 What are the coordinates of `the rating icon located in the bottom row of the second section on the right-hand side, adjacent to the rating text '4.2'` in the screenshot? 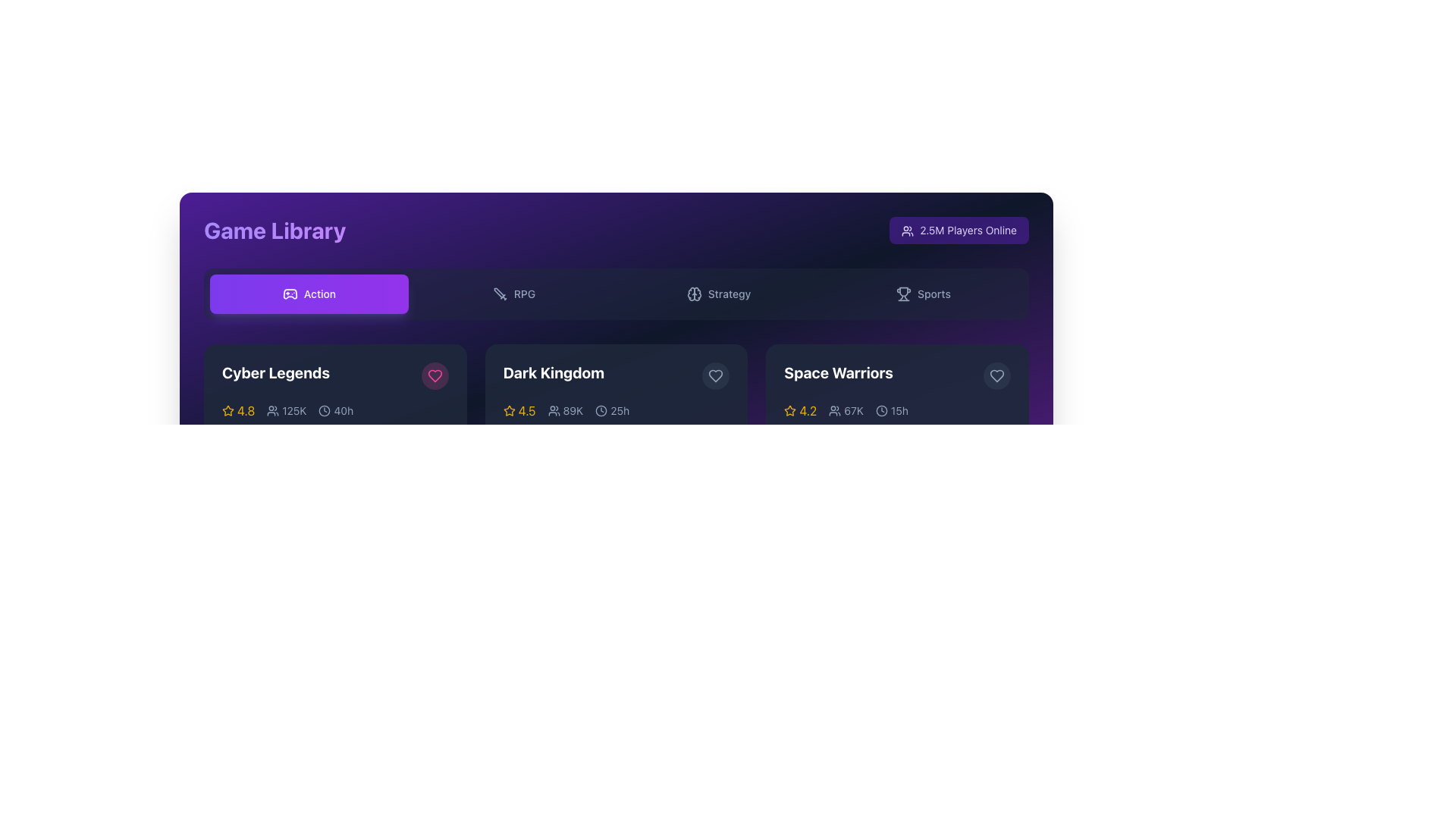 It's located at (789, 411).